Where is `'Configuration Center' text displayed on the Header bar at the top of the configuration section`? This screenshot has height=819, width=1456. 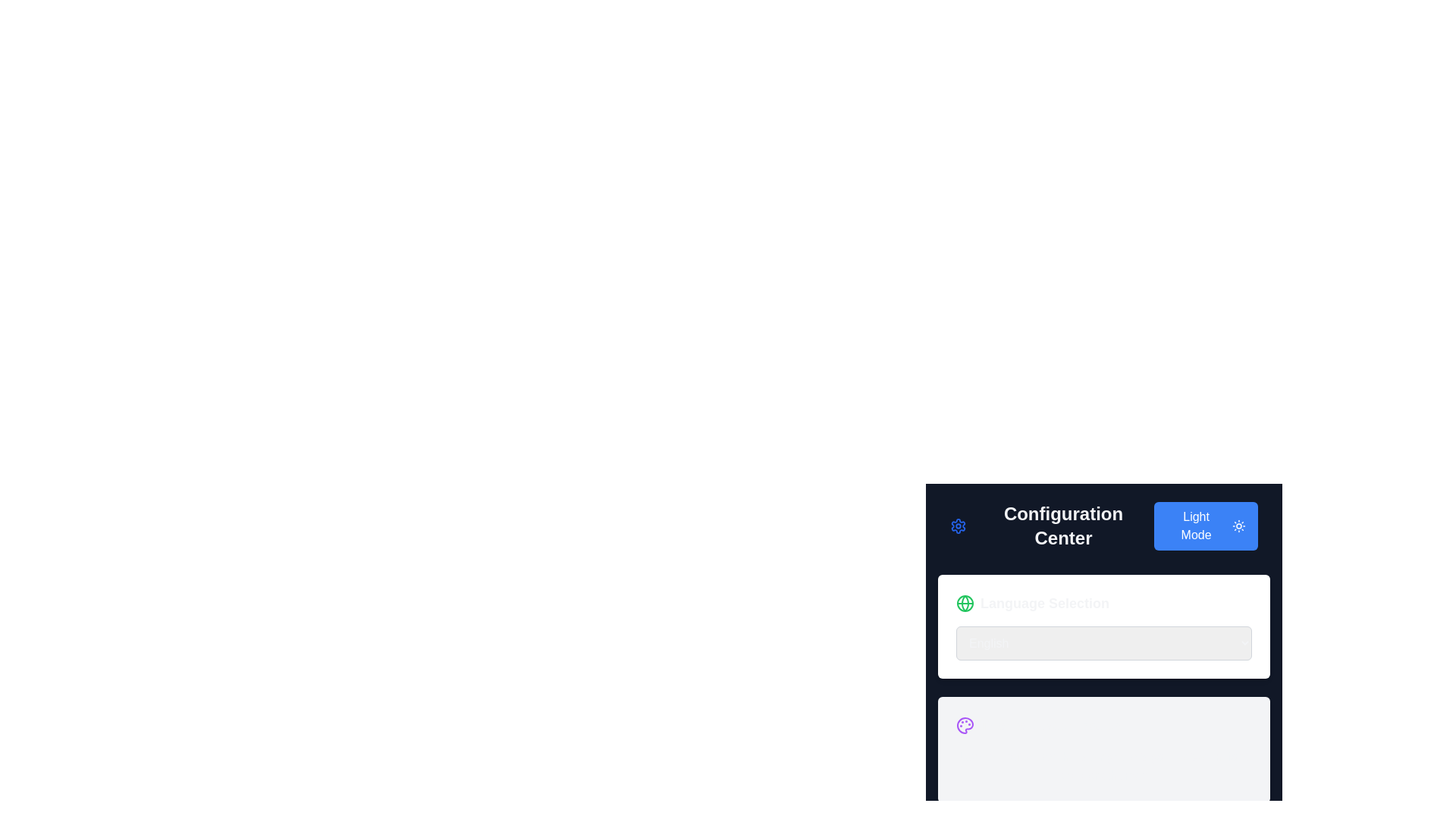 'Configuration Center' text displayed on the Header bar at the top of the configuration section is located at coordinates (1103, 526).